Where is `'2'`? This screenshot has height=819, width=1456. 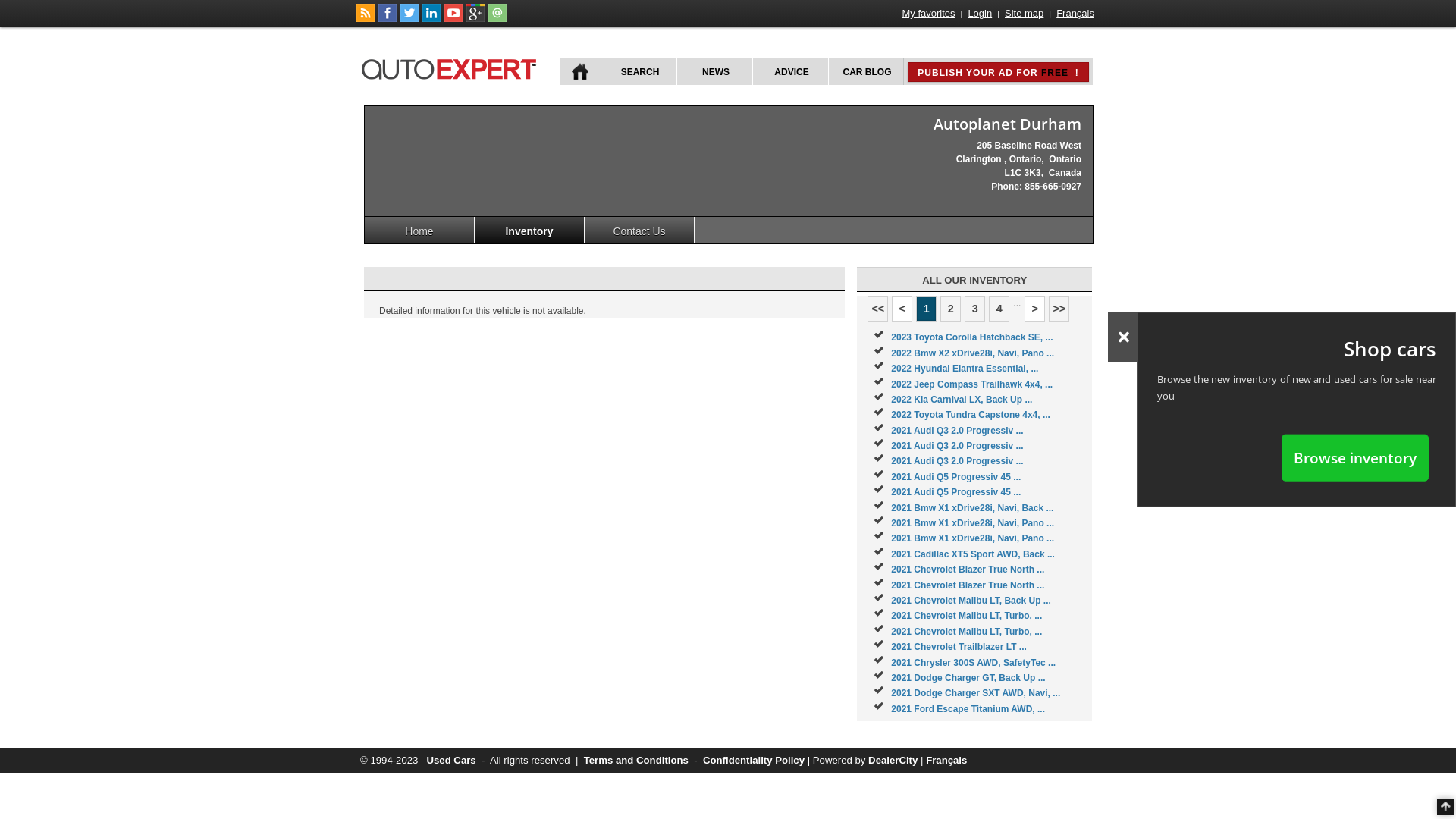 '2' is located at coordinates (949, 308).